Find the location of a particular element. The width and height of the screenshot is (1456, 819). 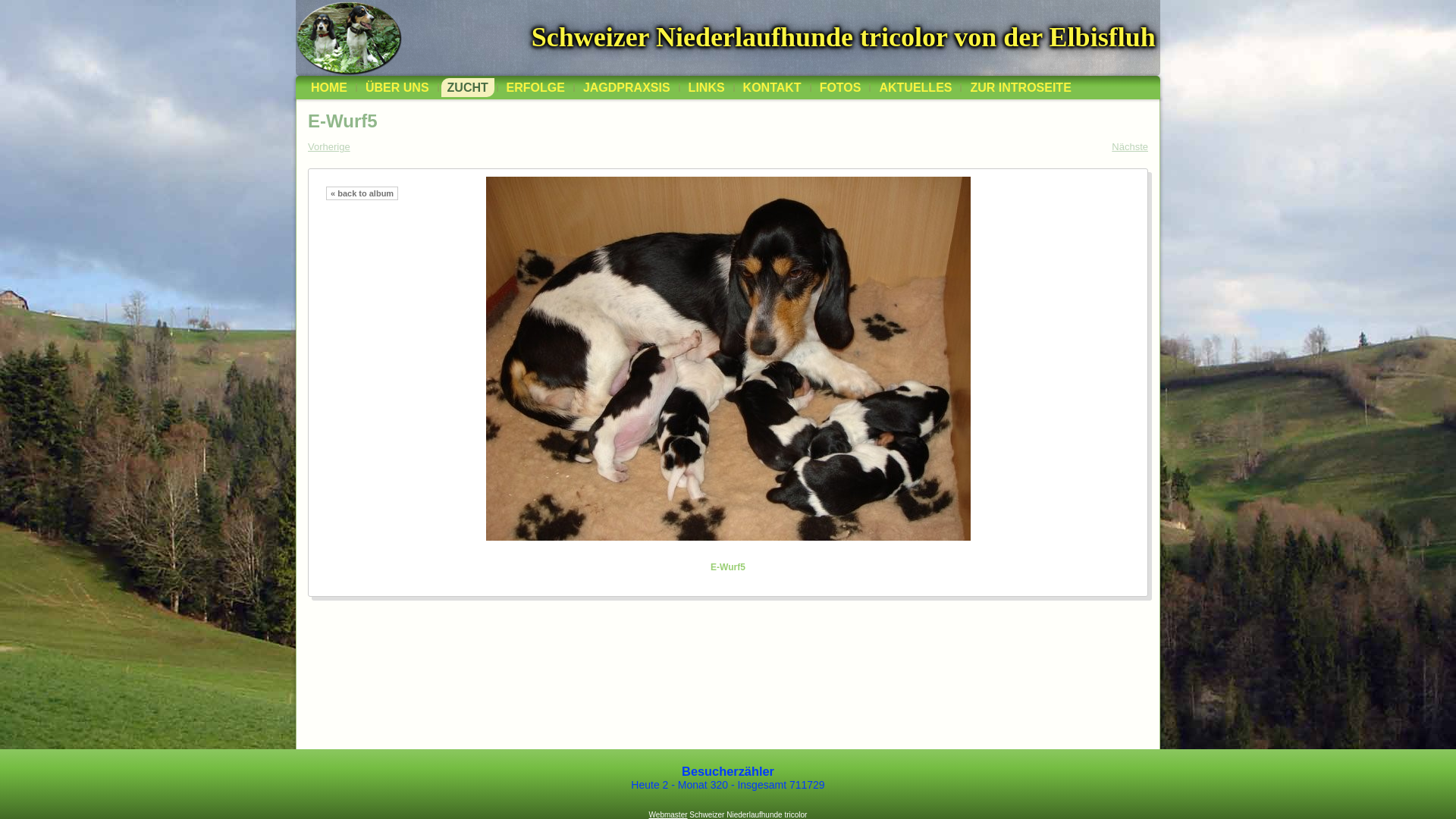

'Vorherige' is located at coordinates (307, 146).